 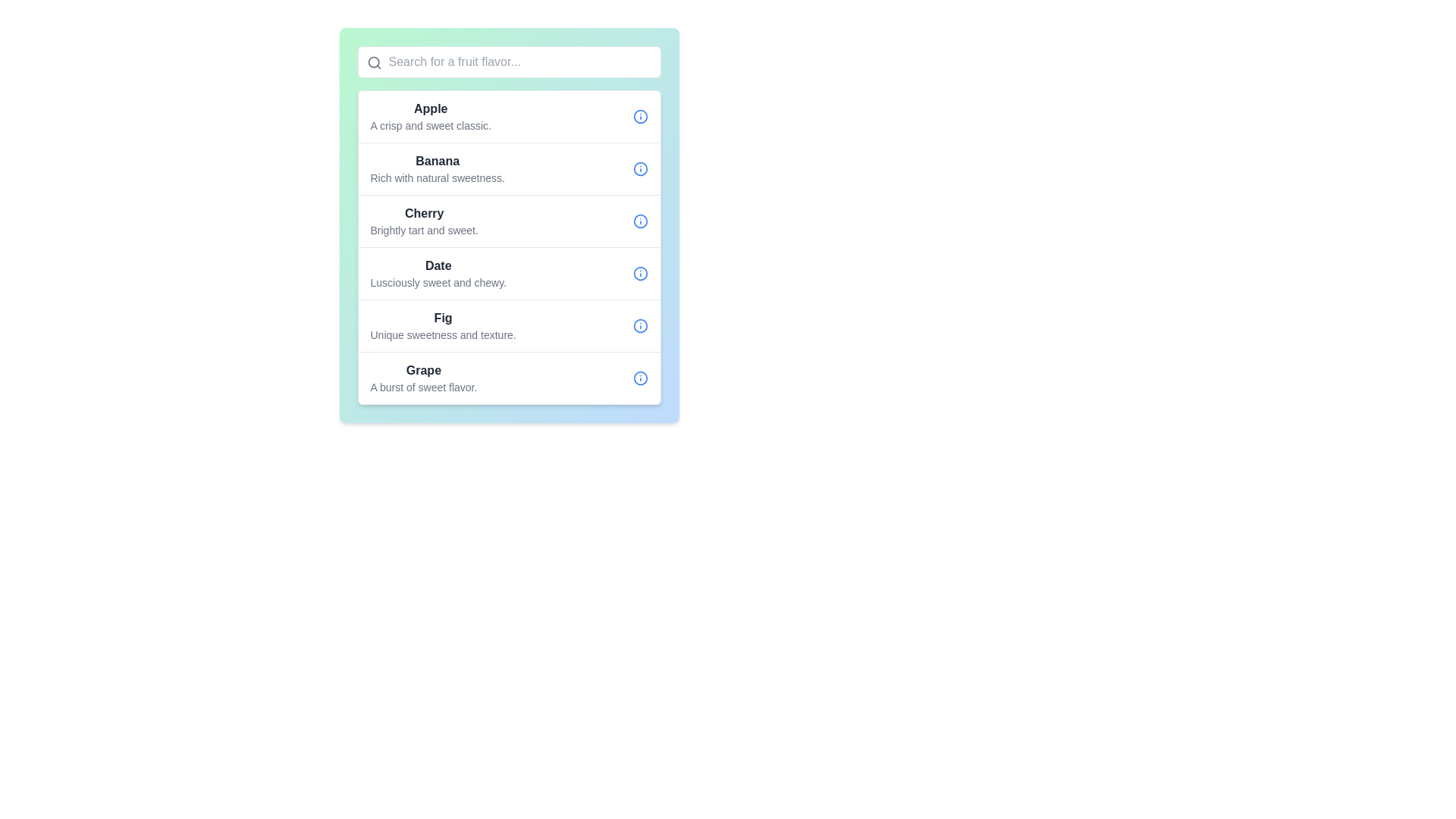 What do you see at coordinates (509, 225) in the screenshot?
I see `to select the List Item conveying information about 'Cherry', which is the third item in the vertically stacked list` at bounding box center [509, 225].